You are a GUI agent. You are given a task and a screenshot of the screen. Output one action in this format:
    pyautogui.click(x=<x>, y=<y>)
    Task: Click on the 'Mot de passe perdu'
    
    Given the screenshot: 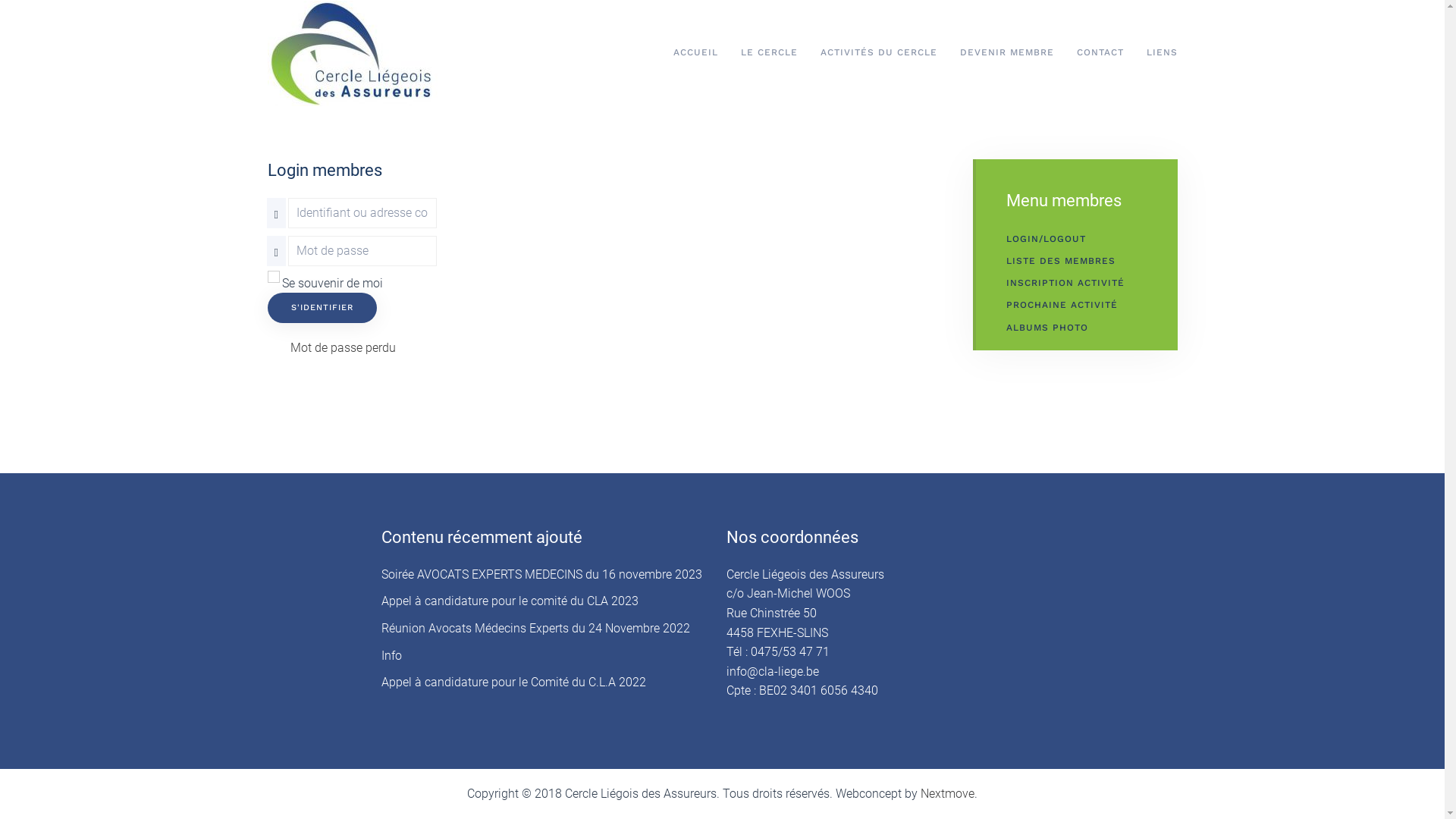 What is the action you would take?
    pyautogui.click(x=341, y=347)
    